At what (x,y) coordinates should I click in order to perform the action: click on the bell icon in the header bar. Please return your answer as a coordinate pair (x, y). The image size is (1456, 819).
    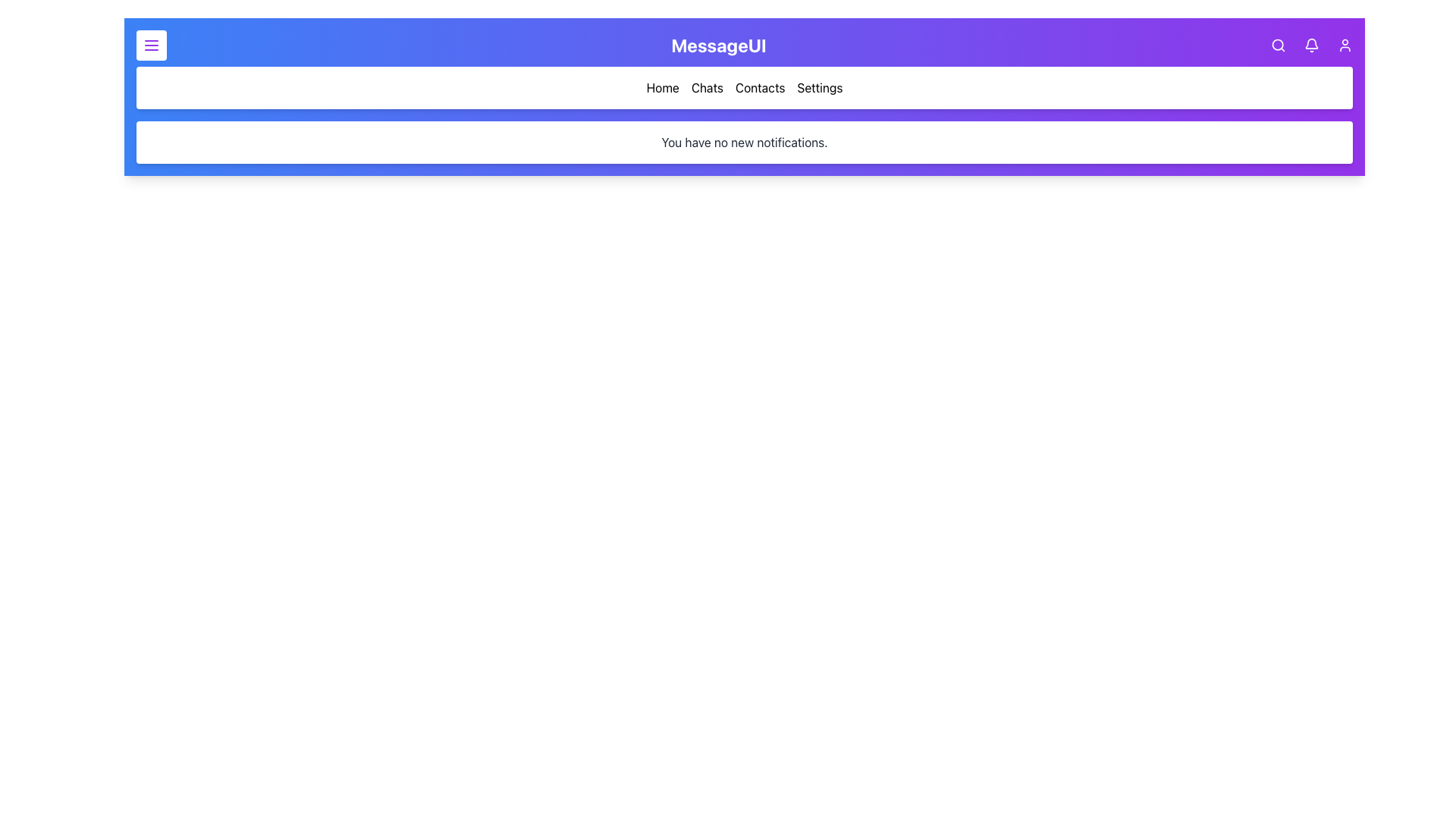
    Looking at the image, I should click on (1310, 45).